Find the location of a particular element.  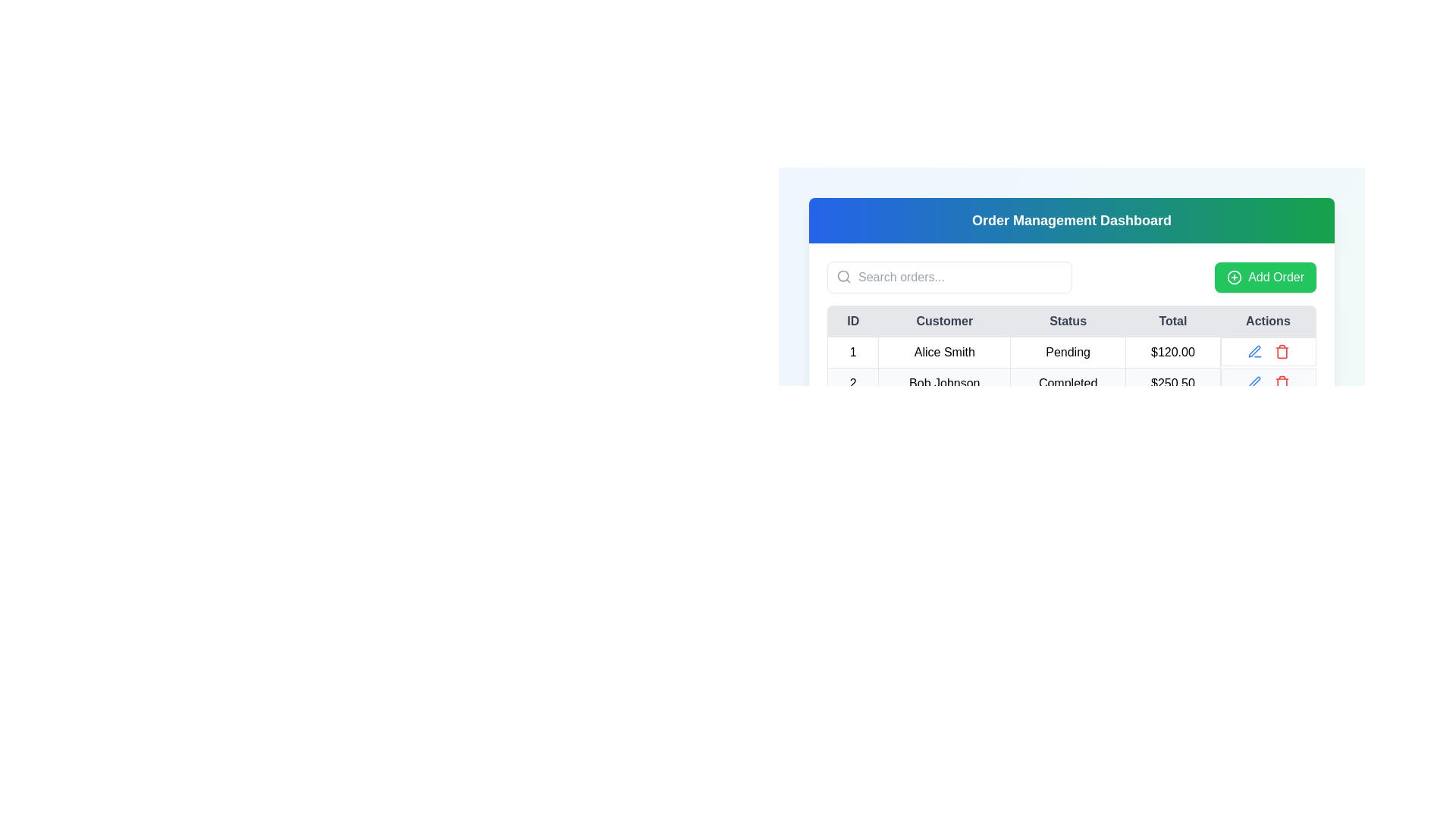

the static text displaying the order status for 'Alice Smith' in the third column of the table is located at coordinates (1067, 353).